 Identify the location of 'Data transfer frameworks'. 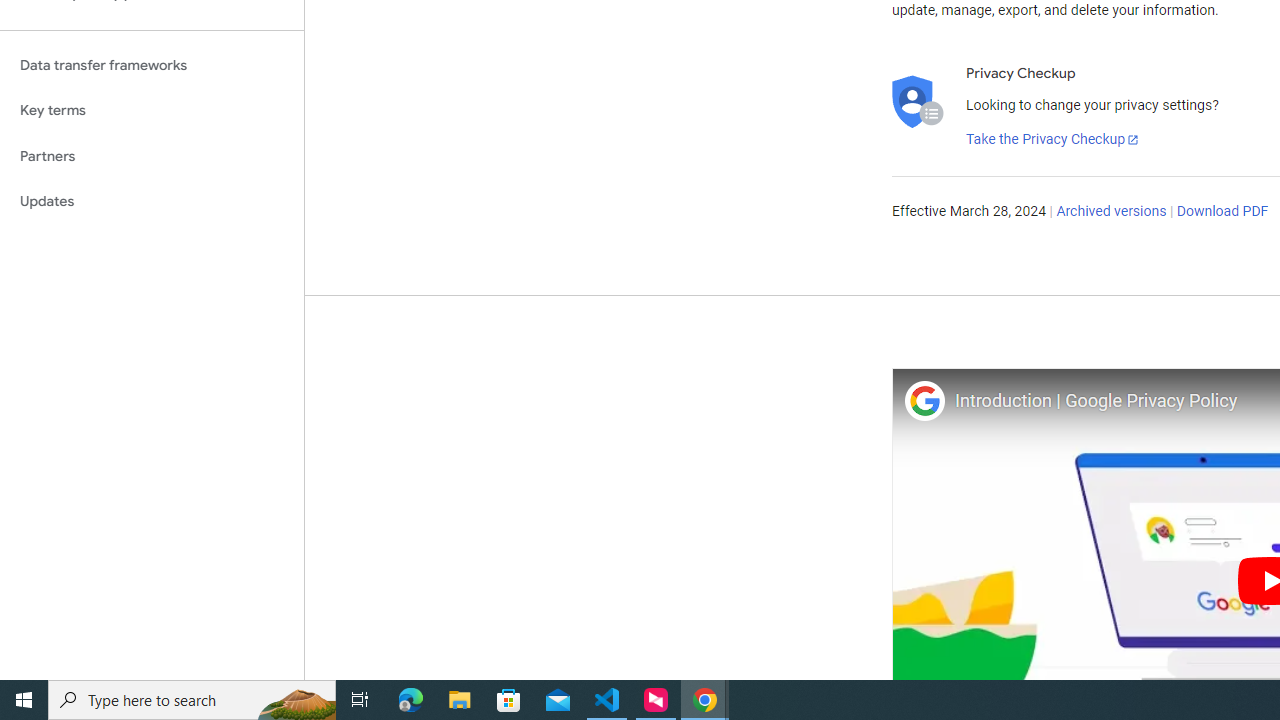
(151, 64).